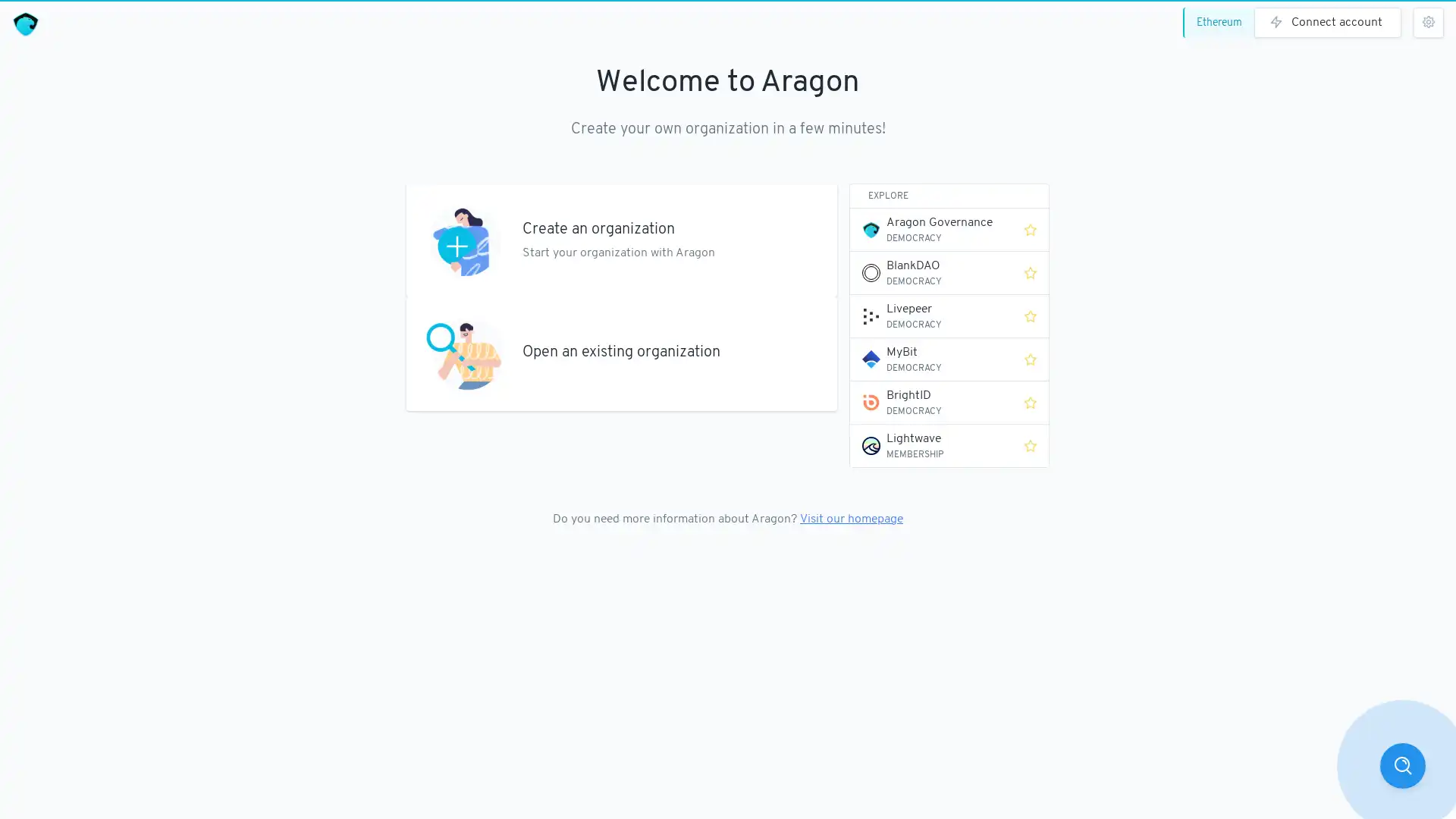 This screenshot has width=1456, height=819. Describe the element at coordinates (25, 24) in the screenshot. I see `Back to home` at that location.